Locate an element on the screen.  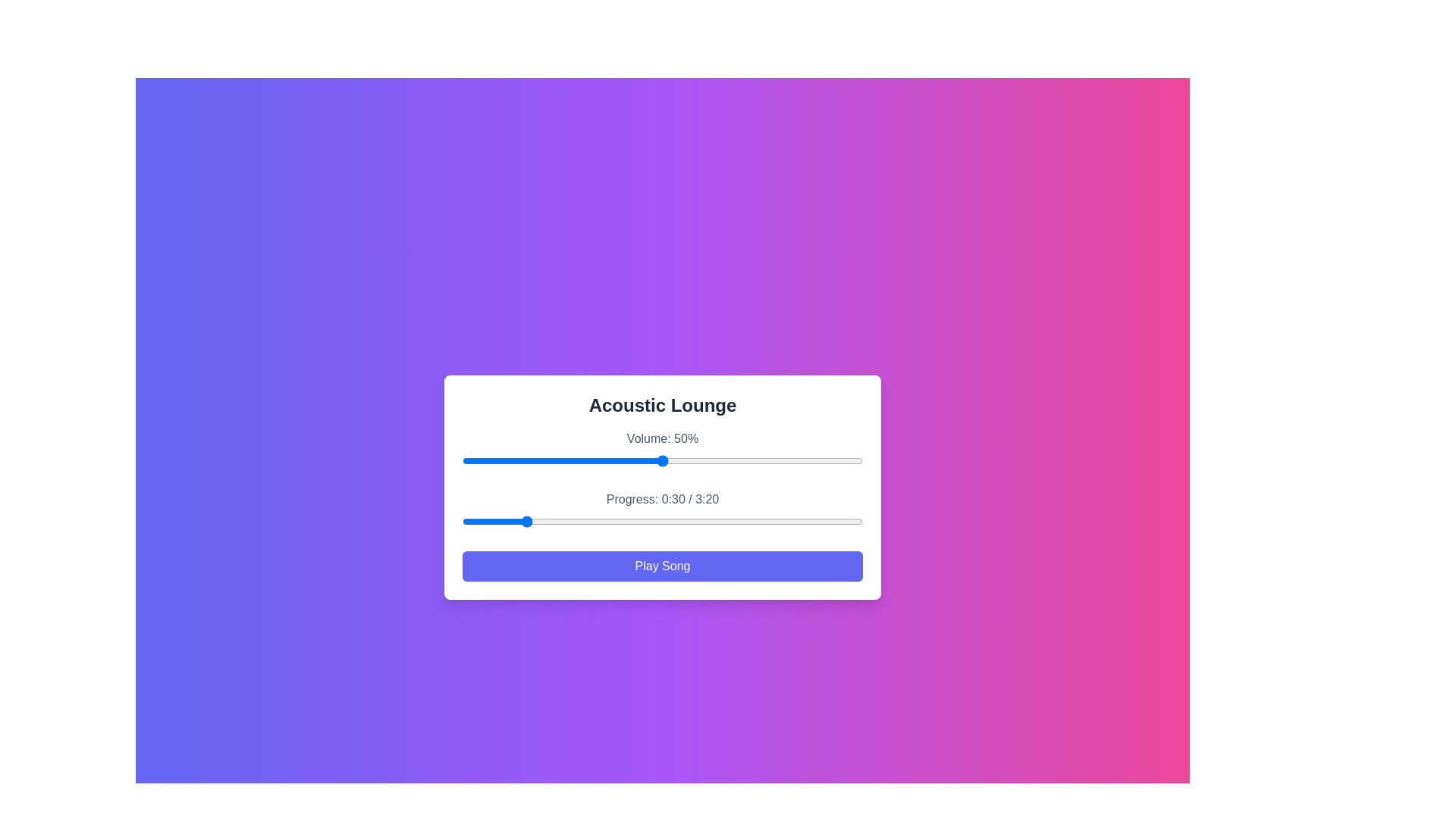
the song progress to 21 seconds is located at coordinates (504, 520).